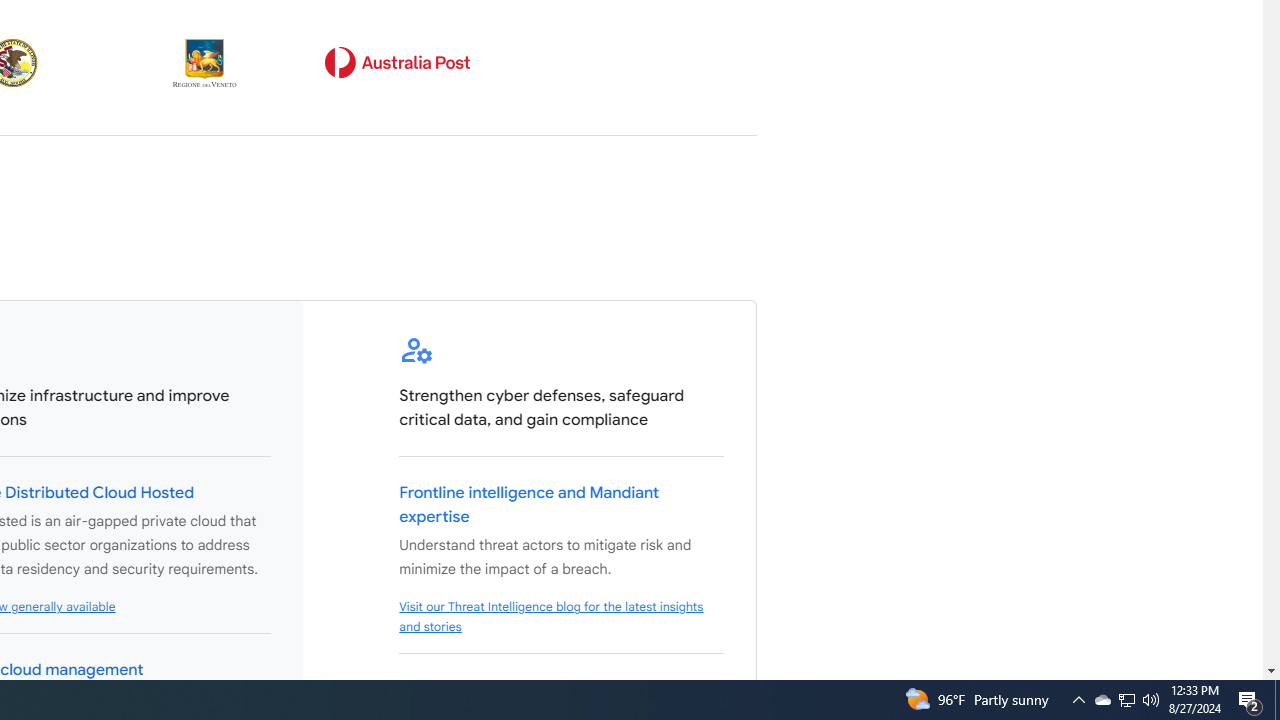 This screenshot has height=720, width=1280. I want to click on 'Regione Veneto', so click(205, 62).